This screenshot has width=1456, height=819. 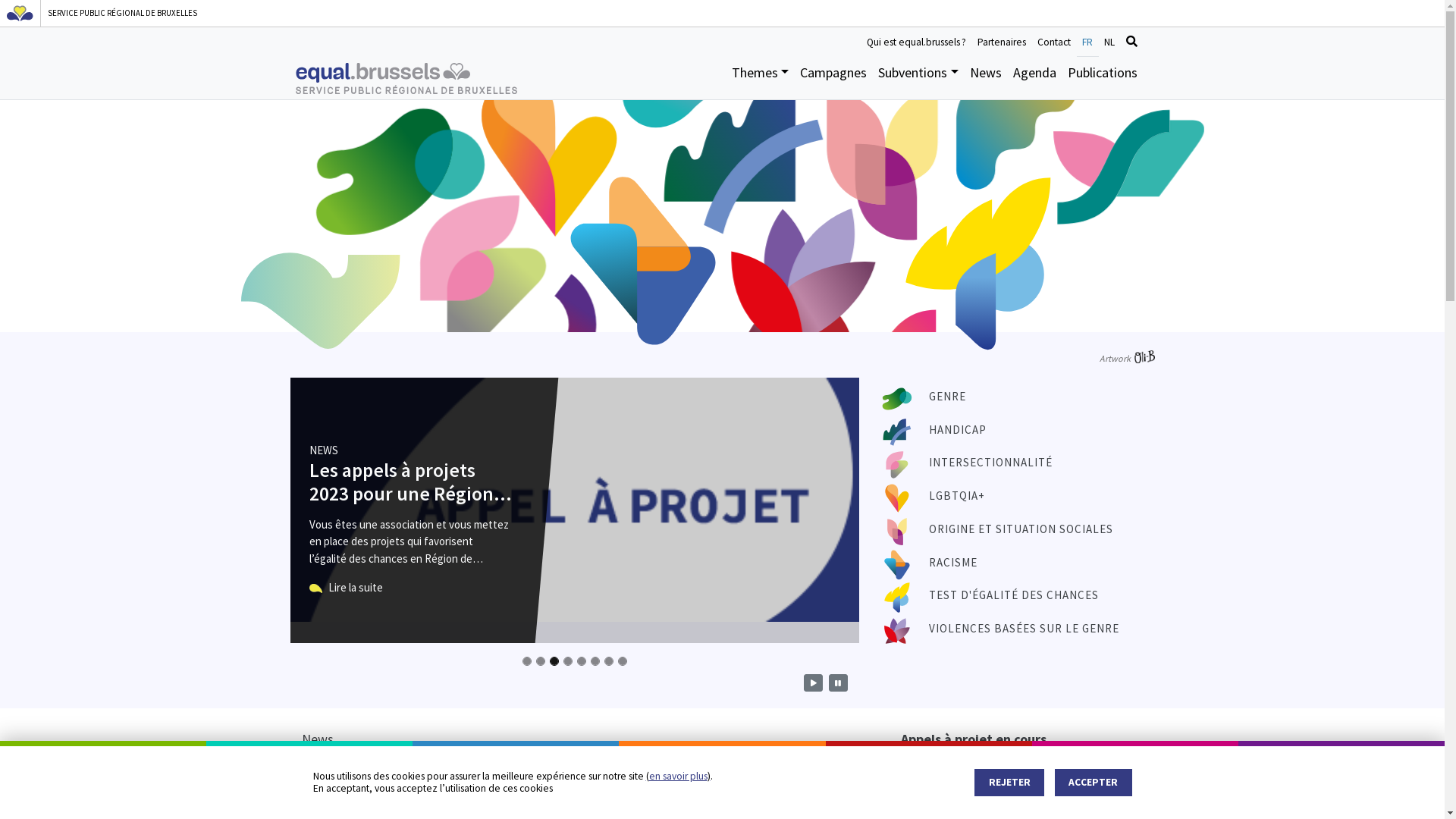 What do you see at coordinates (1127, 357) in the screenshot?
I see `'Artwork'` at bounding box center [1127, 357].